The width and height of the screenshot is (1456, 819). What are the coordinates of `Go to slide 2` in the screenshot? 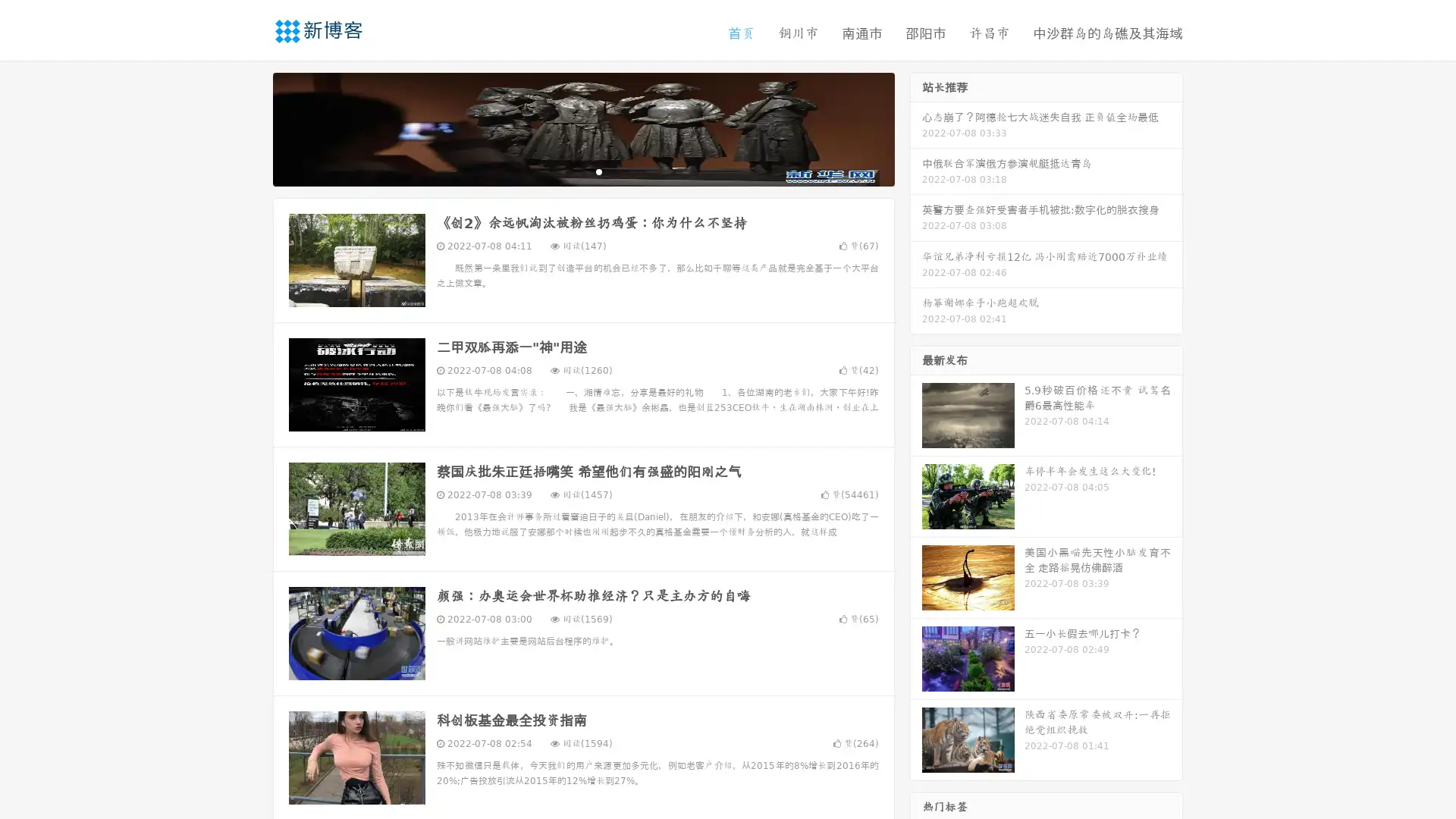 It's located at (582, 171).